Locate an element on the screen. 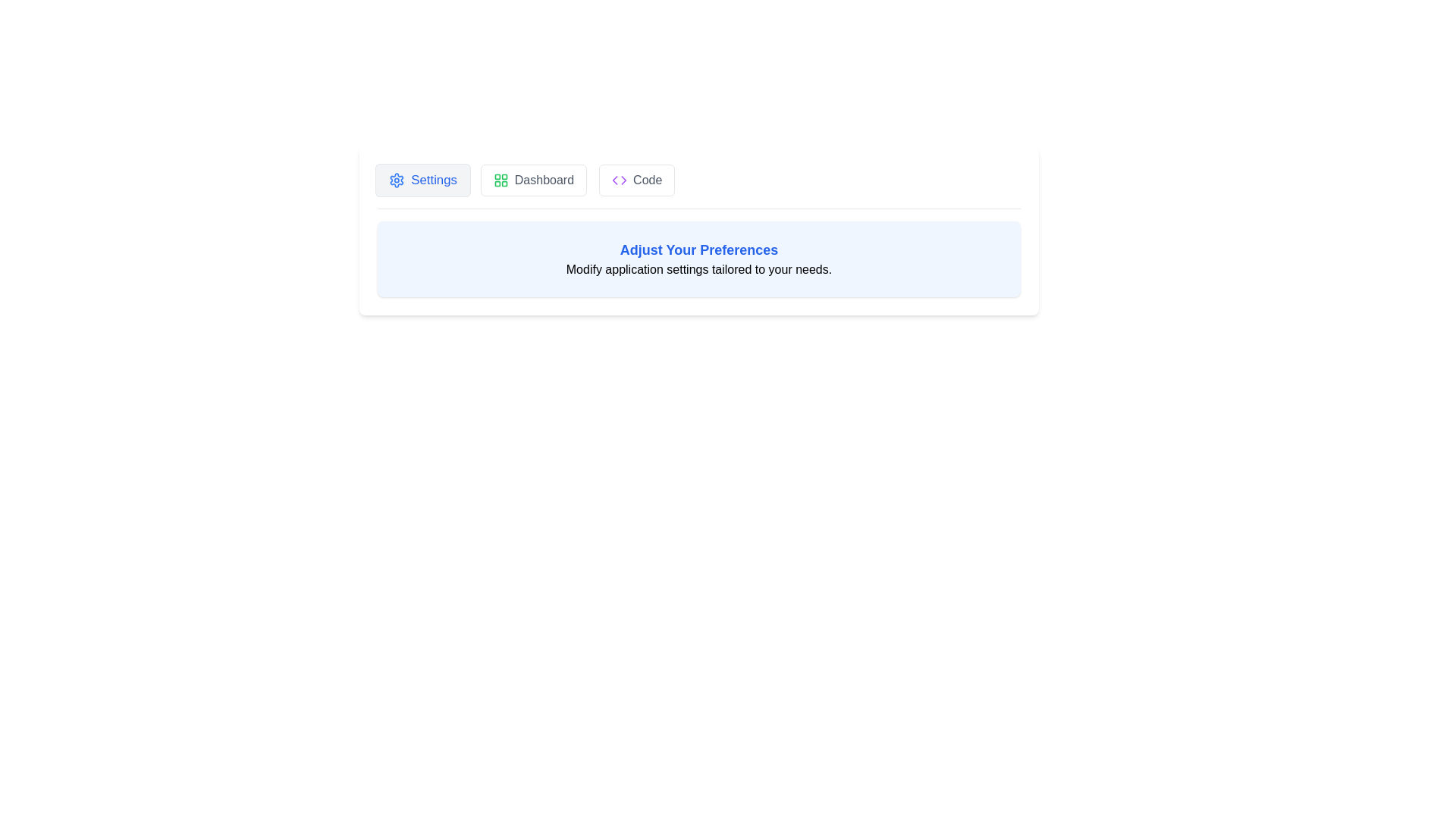  the icon of the tab labeled Dashboard is located at coordinates (500, 180).